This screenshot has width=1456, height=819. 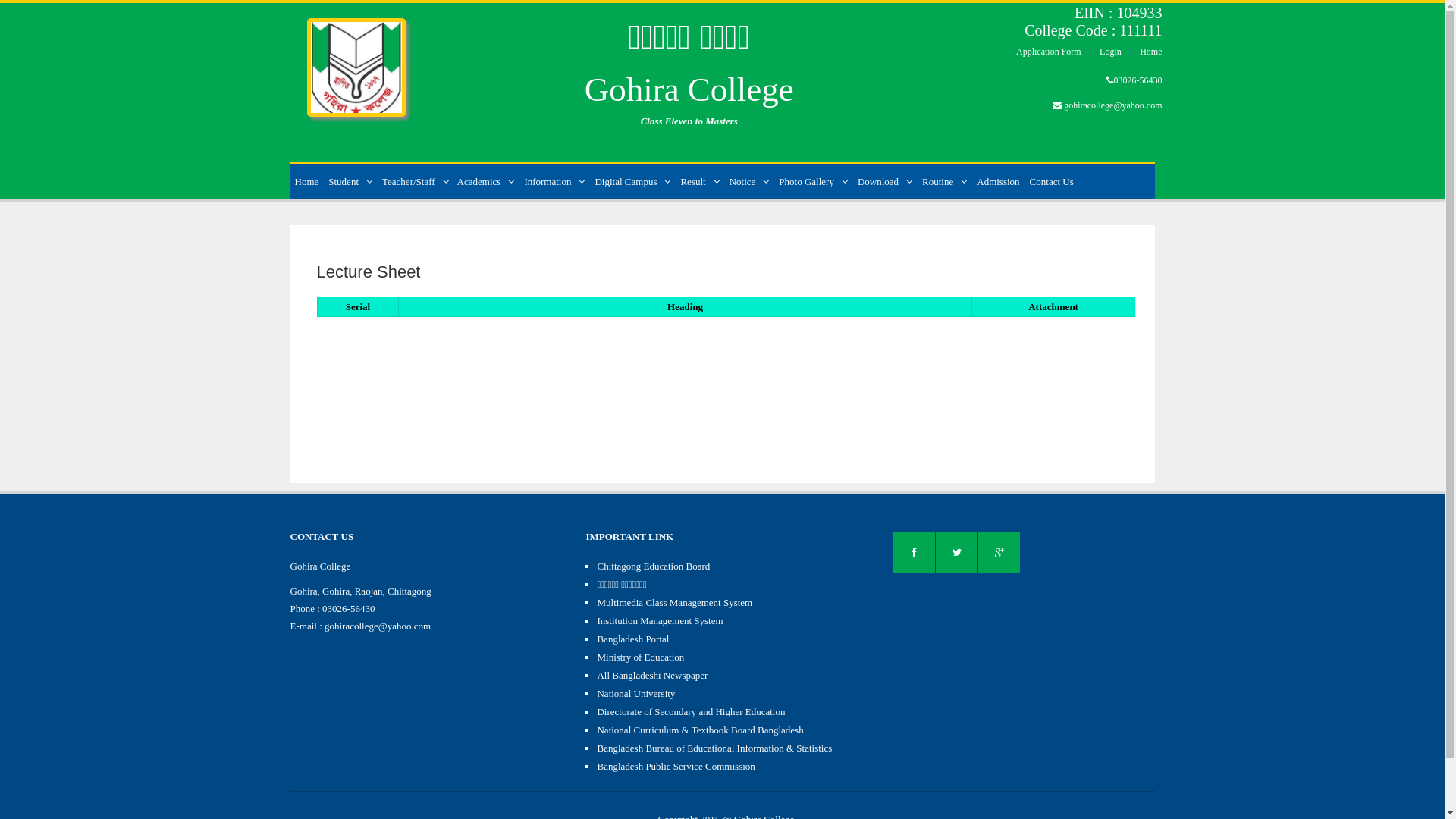 I want to click on 'Chittagong Education Board', so click(x=653, y=566).